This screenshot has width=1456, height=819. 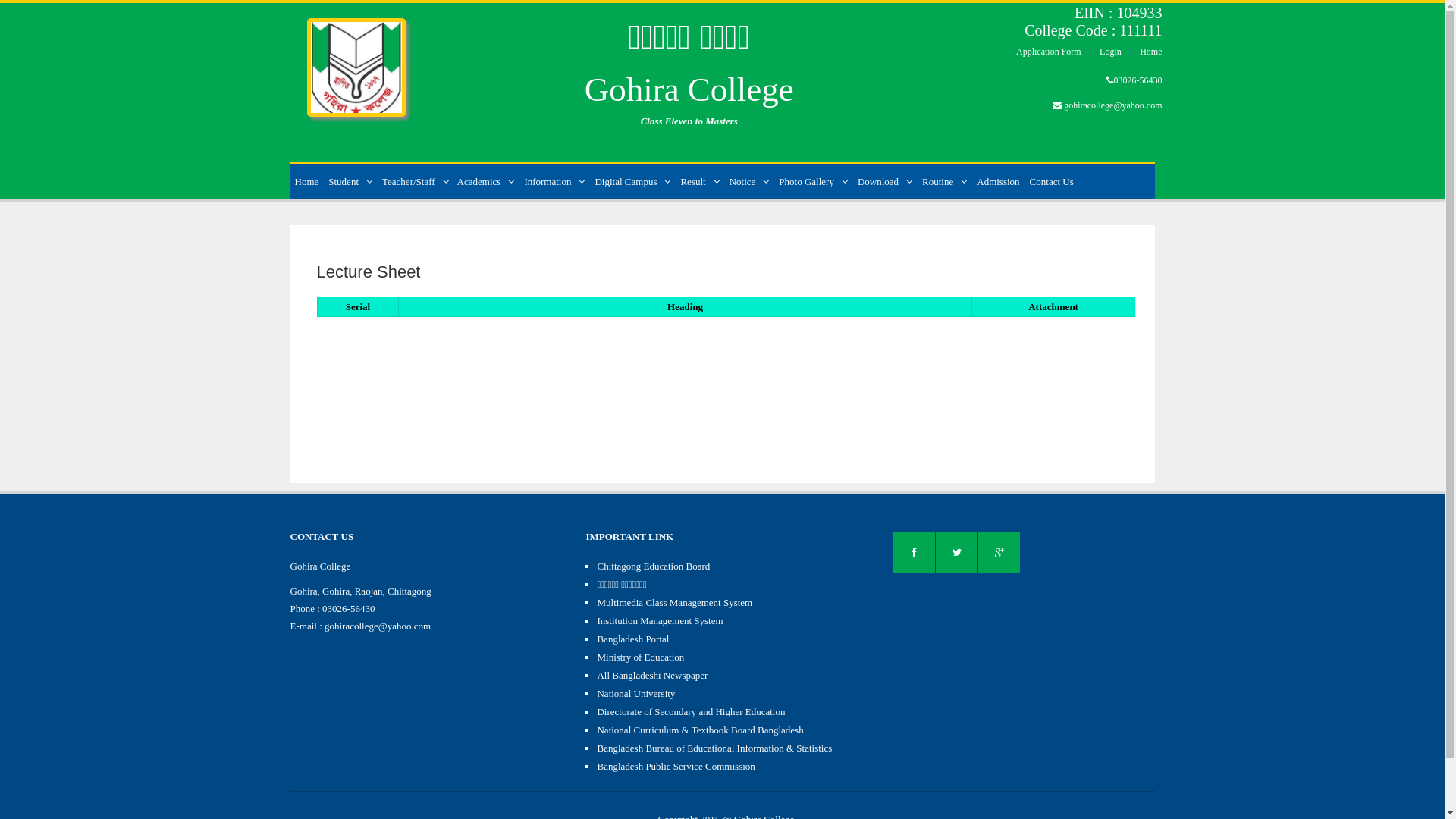 I want to click on 'Chittagong Education Board', so click(x=653, y=566).